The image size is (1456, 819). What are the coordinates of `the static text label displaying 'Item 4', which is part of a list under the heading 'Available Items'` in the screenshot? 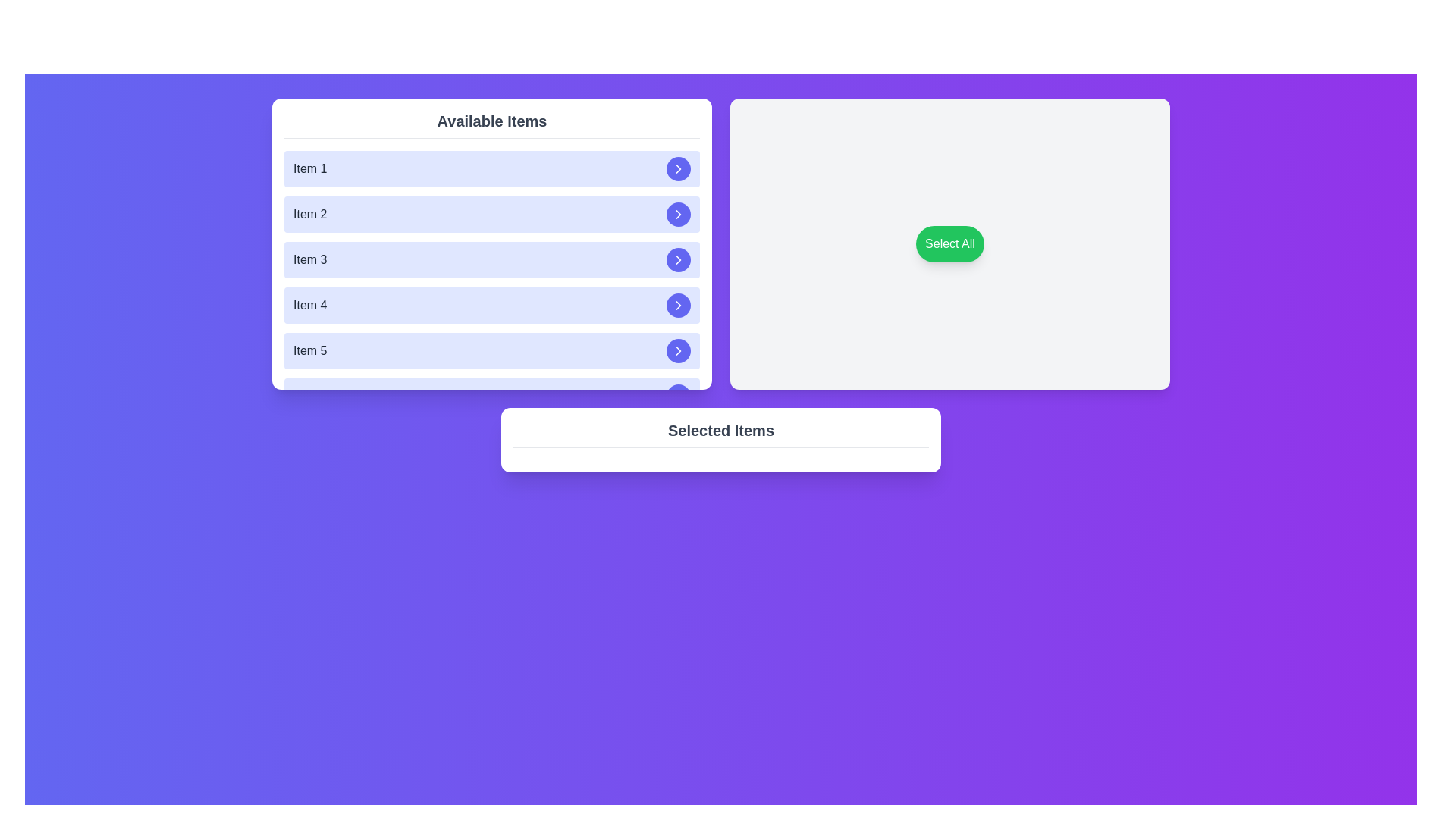 It's located at (309, 305).